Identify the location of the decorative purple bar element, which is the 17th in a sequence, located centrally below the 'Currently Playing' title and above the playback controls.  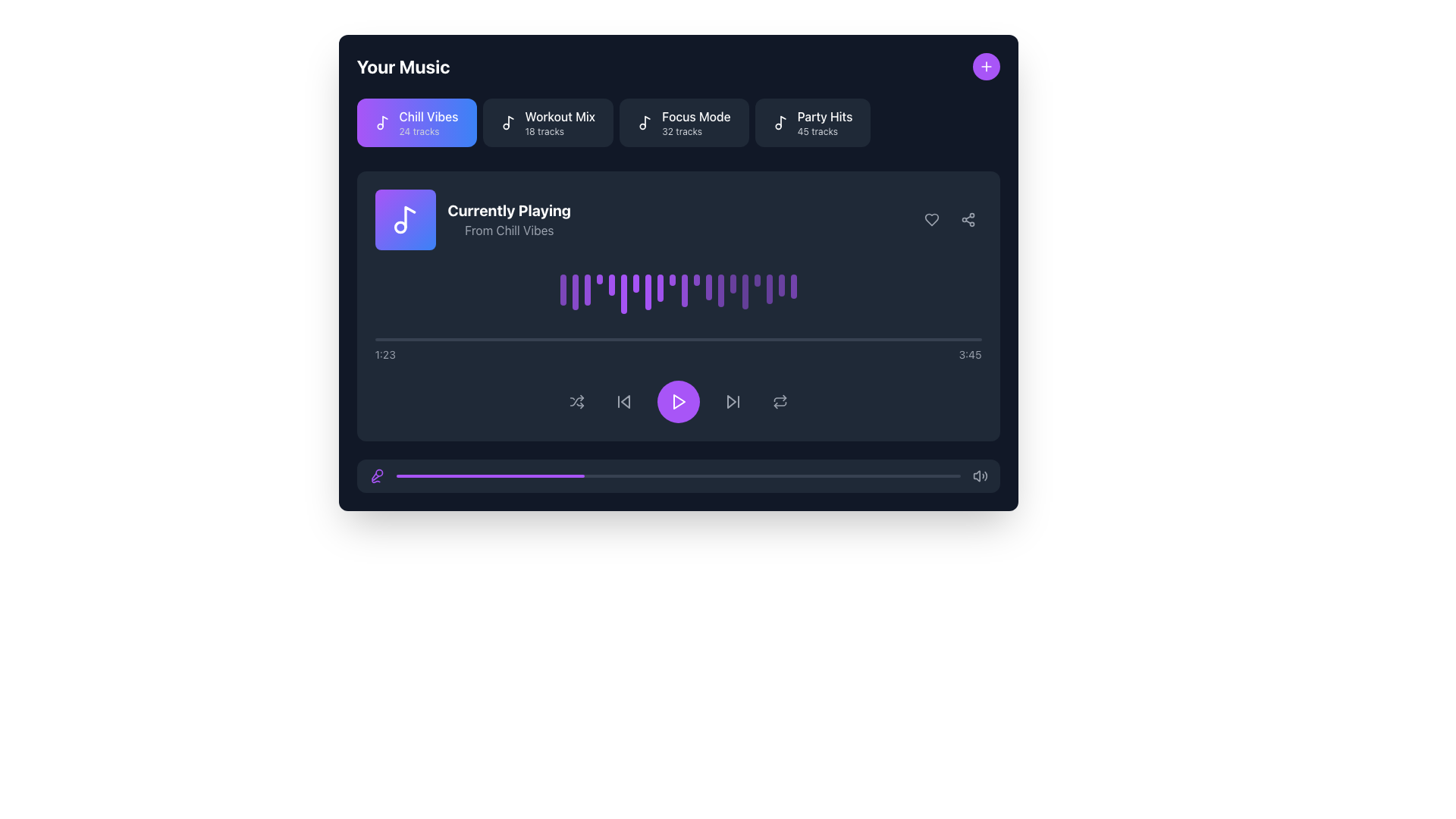
(757, 280).